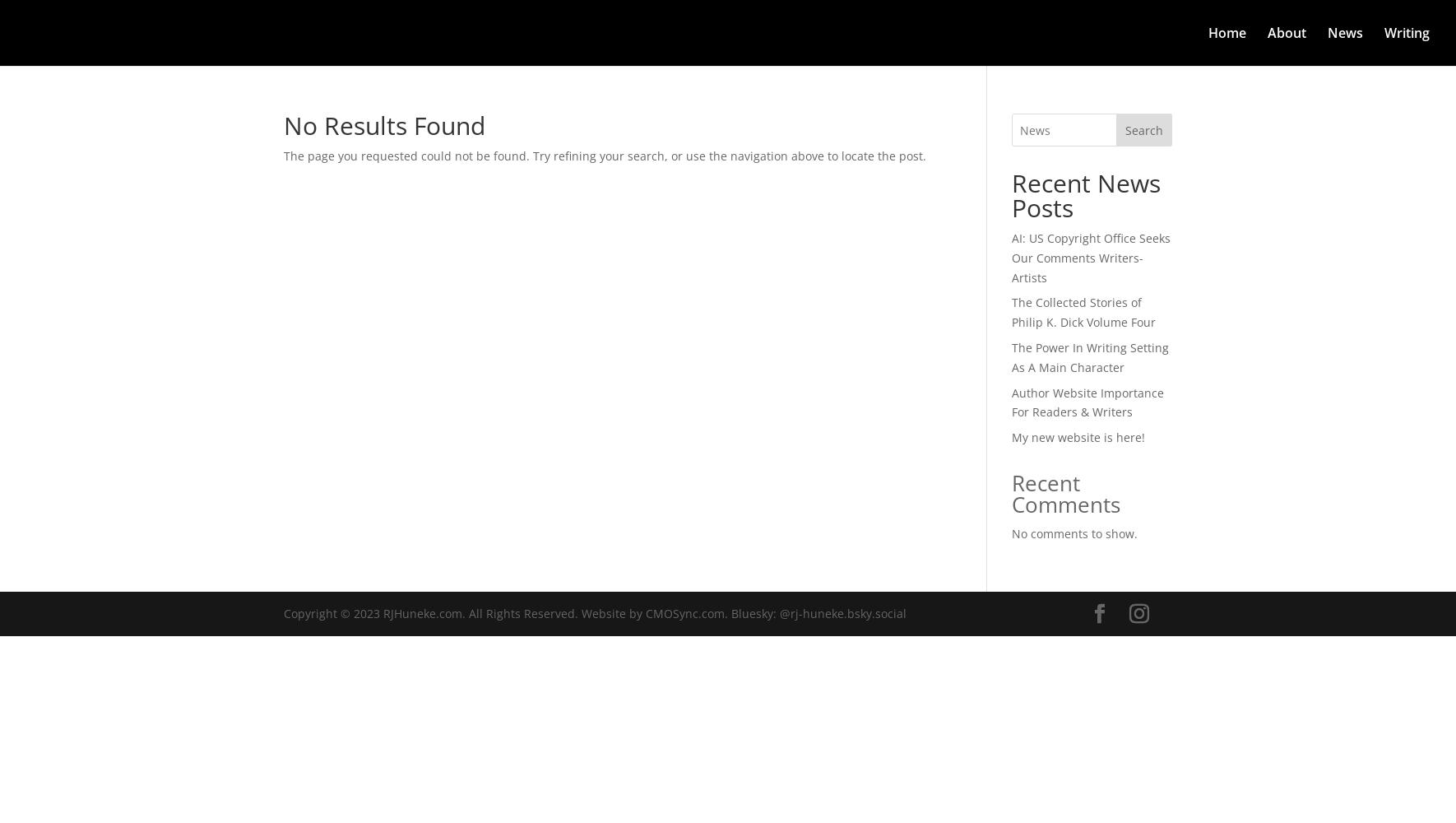 The image size is (1456, 823). What do you see at coordinates (604, 155) in the screenshot?
I see `'The page you requested could not be found. Try refining your search, or use the navigation above to locate the post.'` at bounding box center [604, 155].